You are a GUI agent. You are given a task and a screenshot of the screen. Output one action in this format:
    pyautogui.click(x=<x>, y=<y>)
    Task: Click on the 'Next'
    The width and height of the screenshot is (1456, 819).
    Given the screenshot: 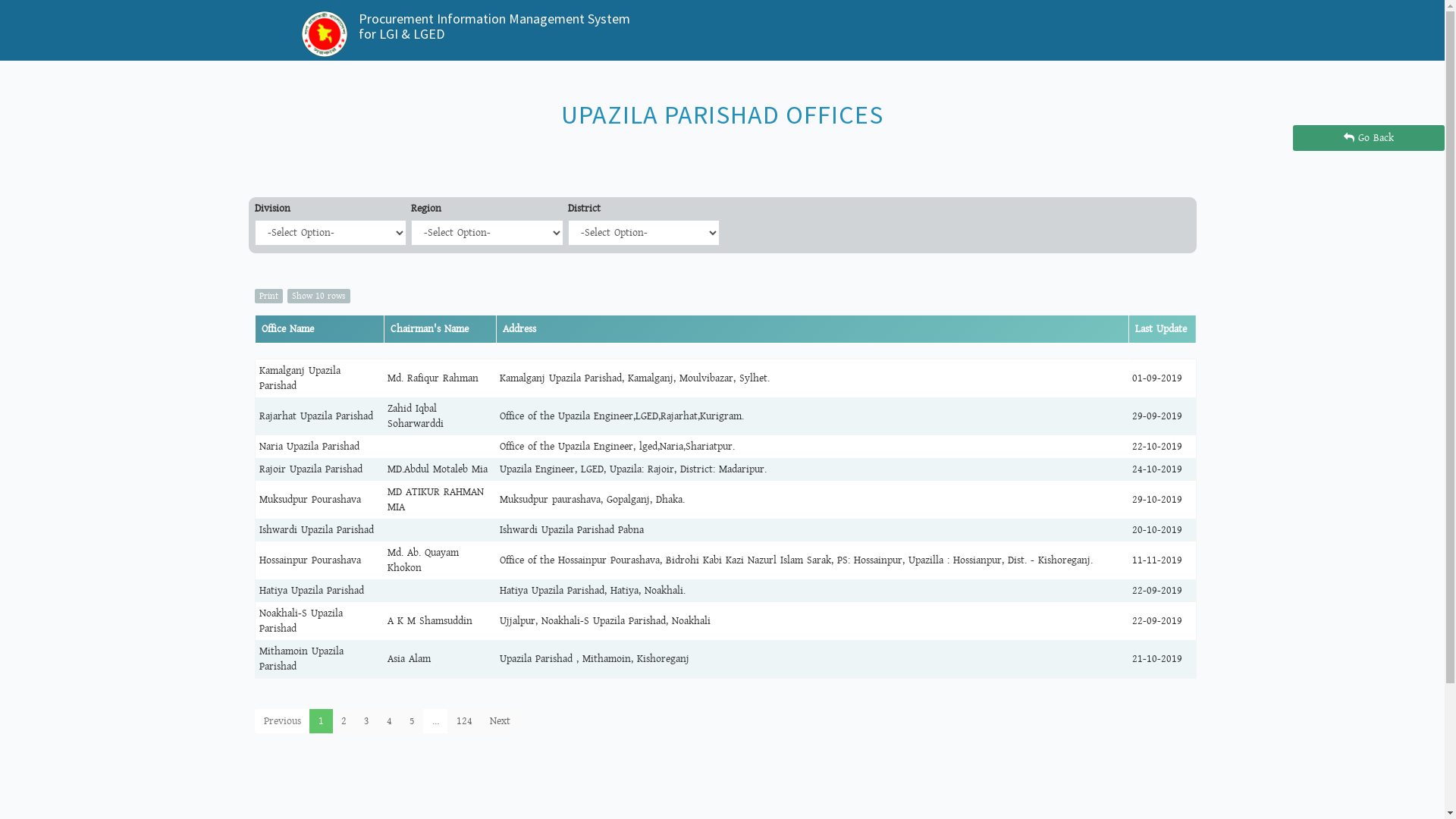 What is the action you would take?
    pyautogui.click(x=479, y=720)
    